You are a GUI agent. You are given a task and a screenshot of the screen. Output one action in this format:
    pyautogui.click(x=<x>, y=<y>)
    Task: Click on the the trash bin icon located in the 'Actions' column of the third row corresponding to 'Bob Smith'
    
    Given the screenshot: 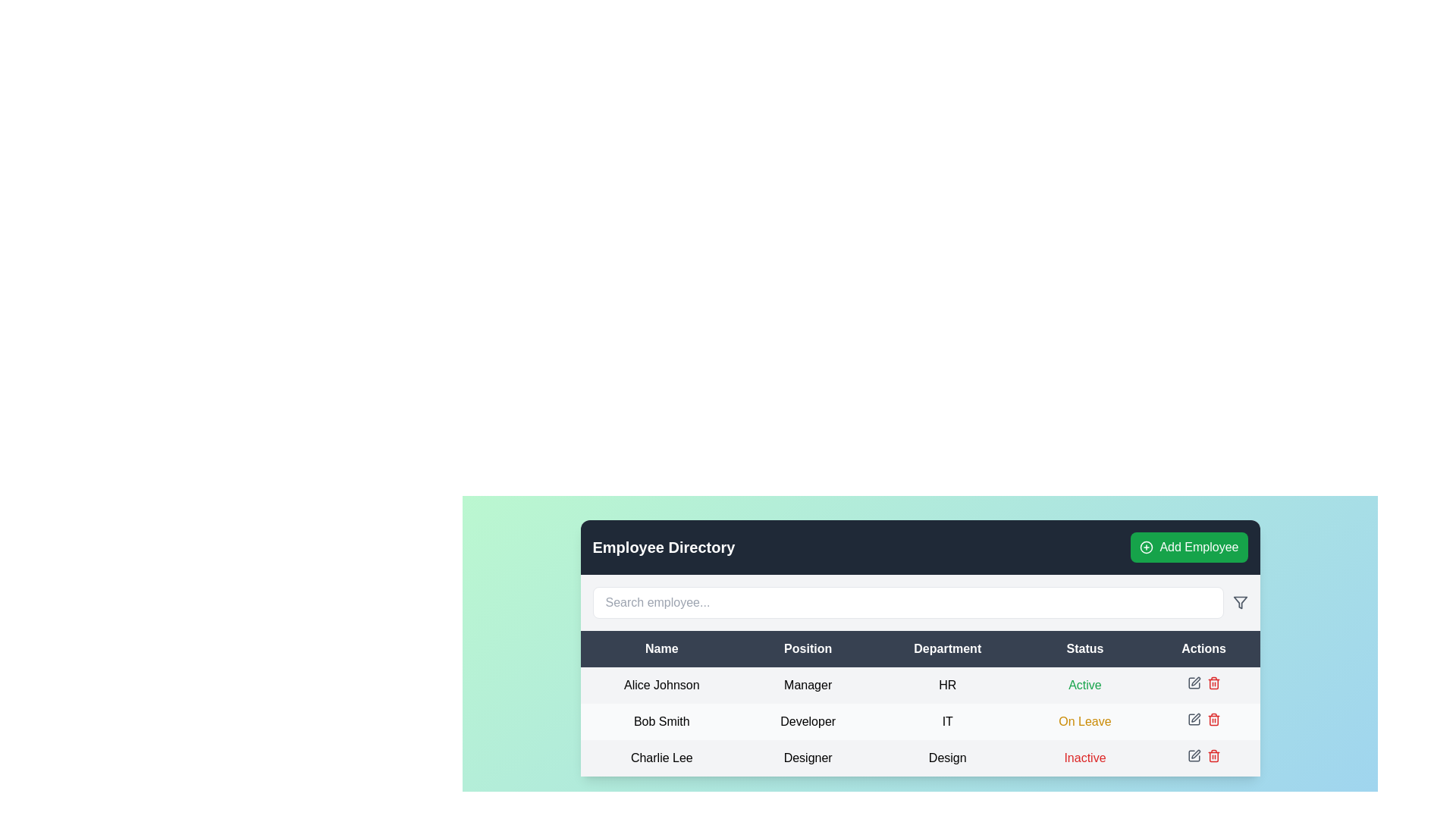 What is the action you would take?
    pyautogui.click(x=1213, y=720)
    